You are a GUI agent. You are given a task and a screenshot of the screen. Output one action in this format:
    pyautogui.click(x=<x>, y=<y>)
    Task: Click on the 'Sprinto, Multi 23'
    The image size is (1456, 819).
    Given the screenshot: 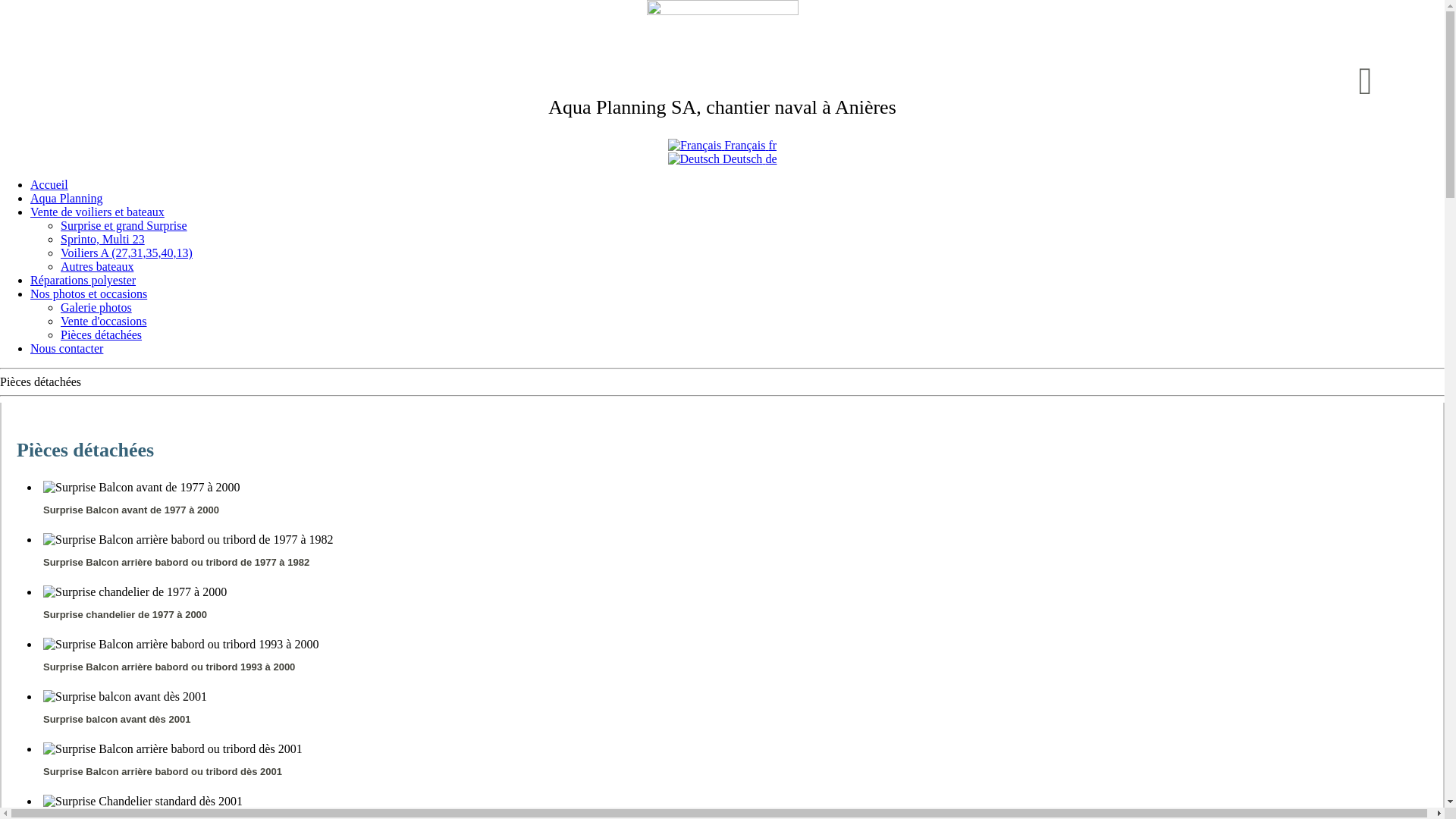 What is the action you would take?
    pyautogui.click(x=102, y=239)
    